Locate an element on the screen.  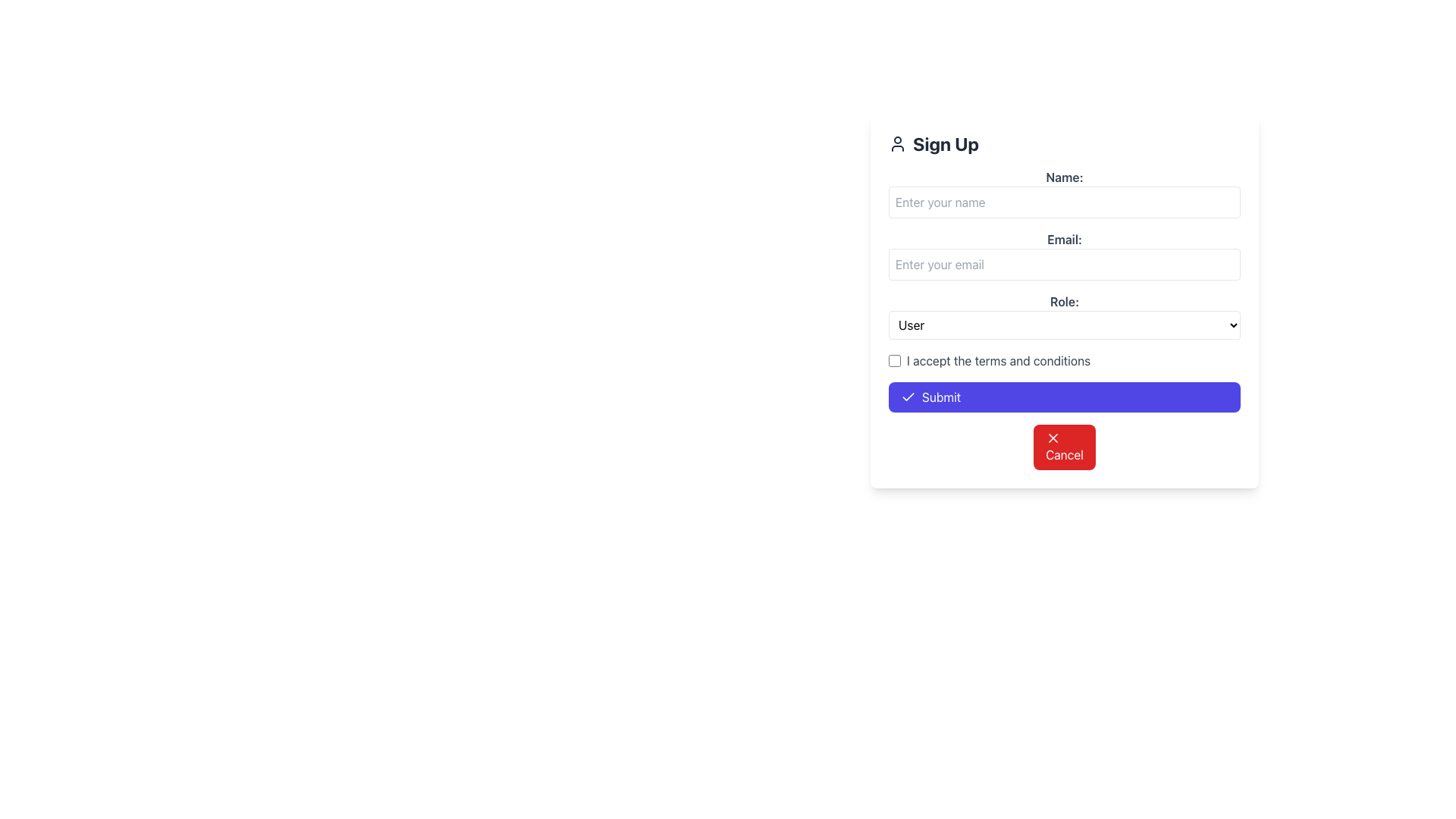
the cancel icon located within the red circular button at the bottom right of the form, labeled as 'Cancel' is located at coordinates (1053, 438).